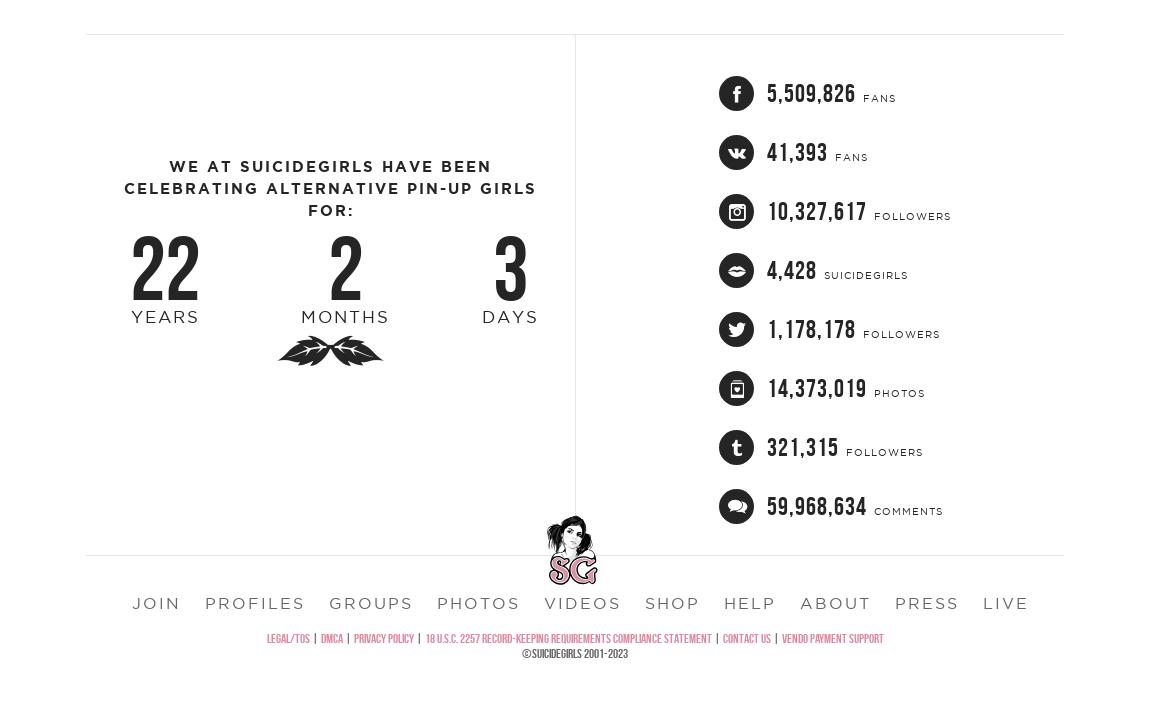 The height and width of the screenshot is (723, 1150). What do you see at coordinates (765, 437) in the screenshot?
I see `'14,373,019'` at bounding box center [765, 437].